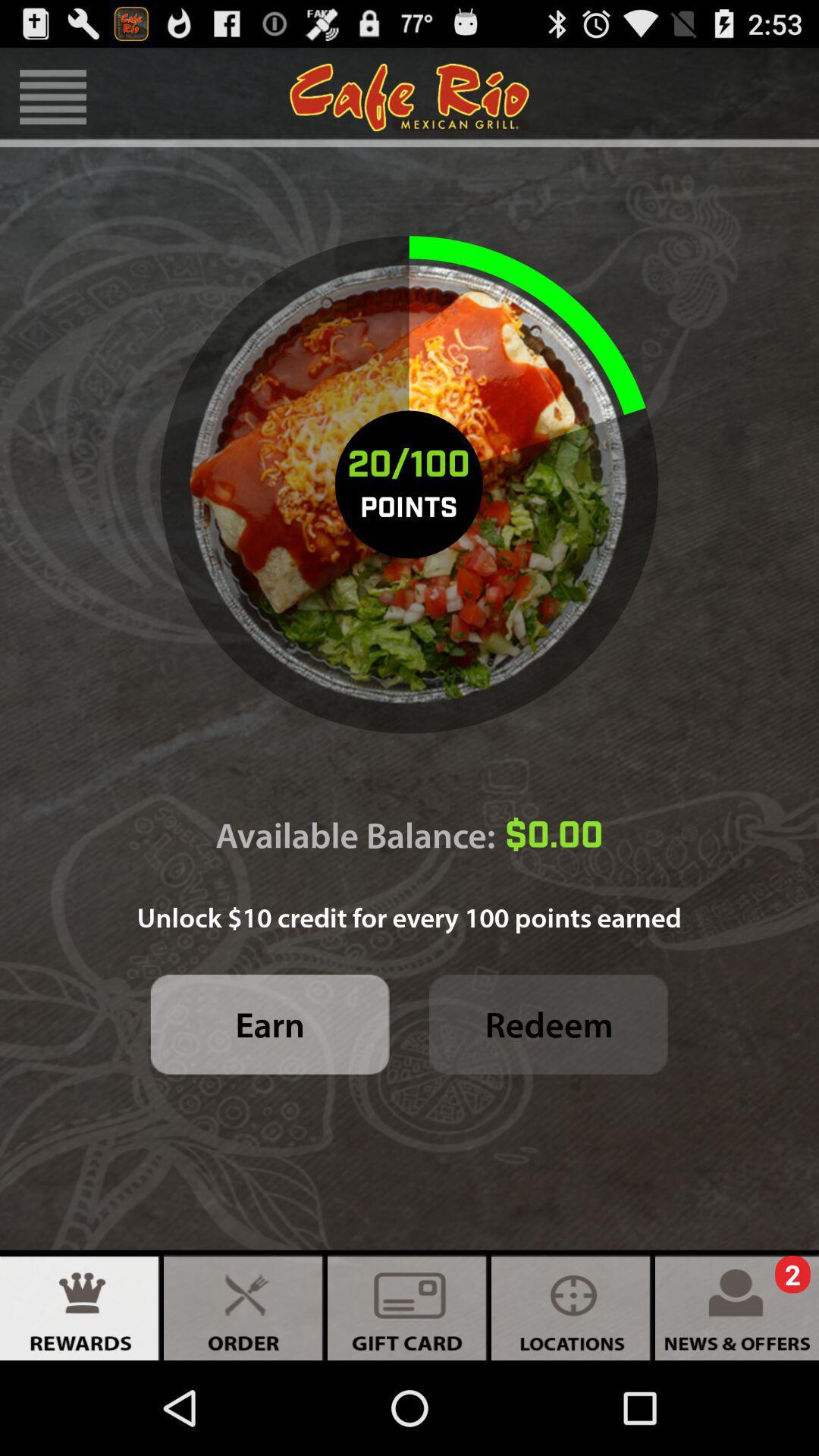 The image size is (819, 1456). Describe the element at coordinates (548, 1025) in the screenshot. I see `the redeem icon` at that location.